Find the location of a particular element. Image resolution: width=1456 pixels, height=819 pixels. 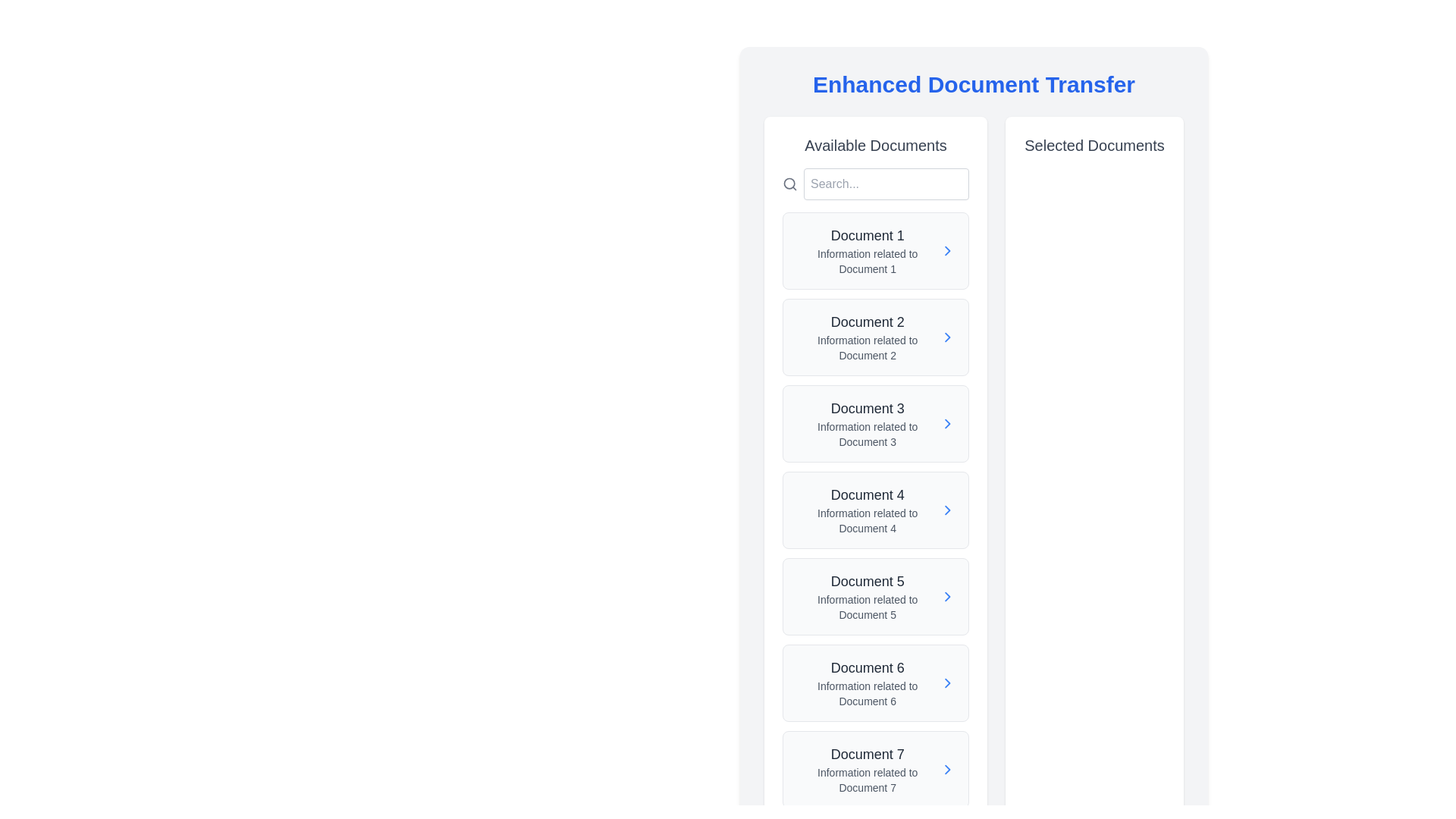

the static text label displaying 'Information related to Document 1', which is located below the heading 'Document 1' in the 'Available Documents' list is located at coordinates (868, 260).